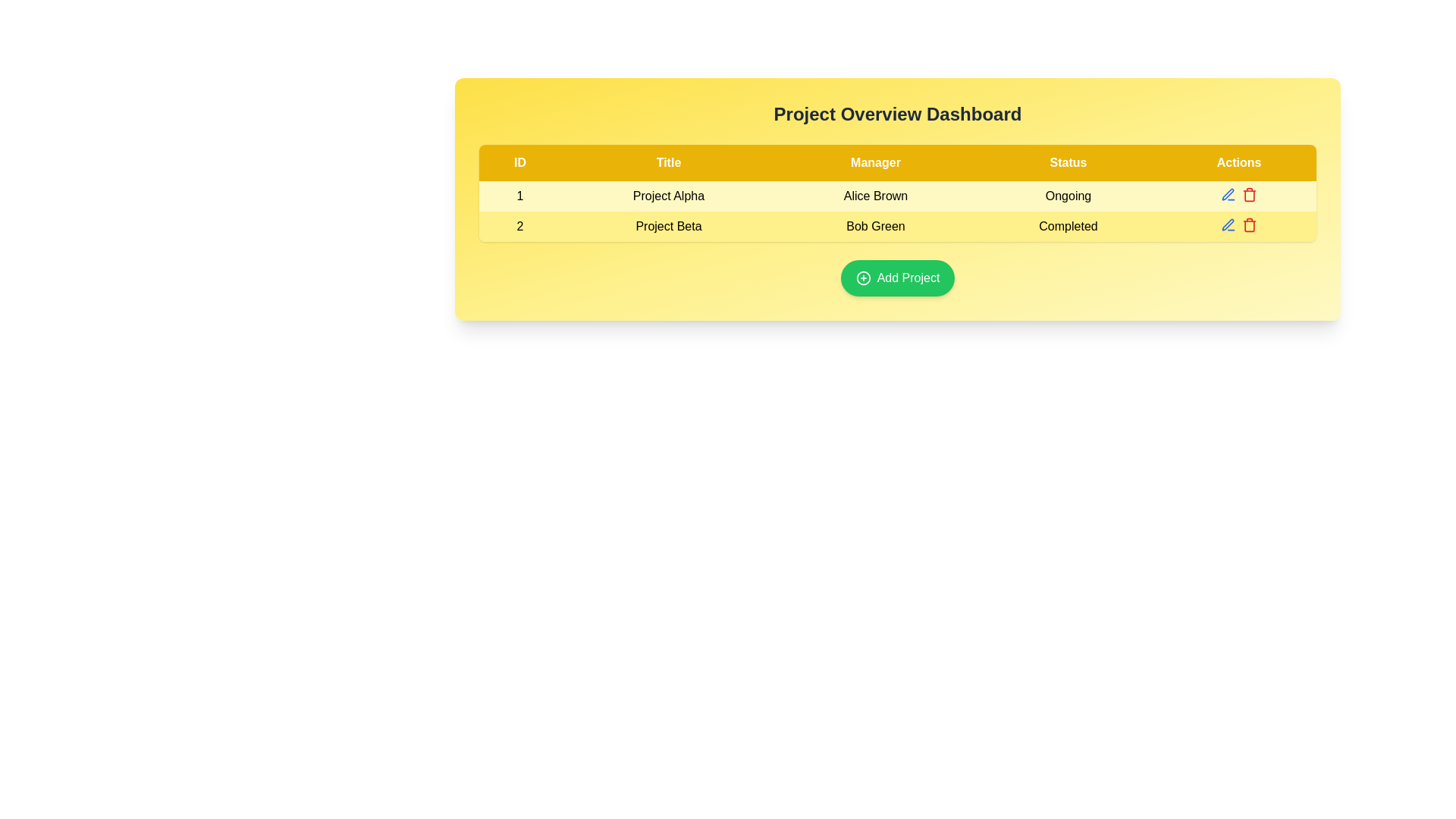 This screenshot has height=819, width=1456. Describe the element at coordinates (520, 195) in the screenshot. I see `identifying number from the first cell of the row for 'Project Alpha', managed by 'Alice Brown', located in the 'ID' column of the table` at that location.